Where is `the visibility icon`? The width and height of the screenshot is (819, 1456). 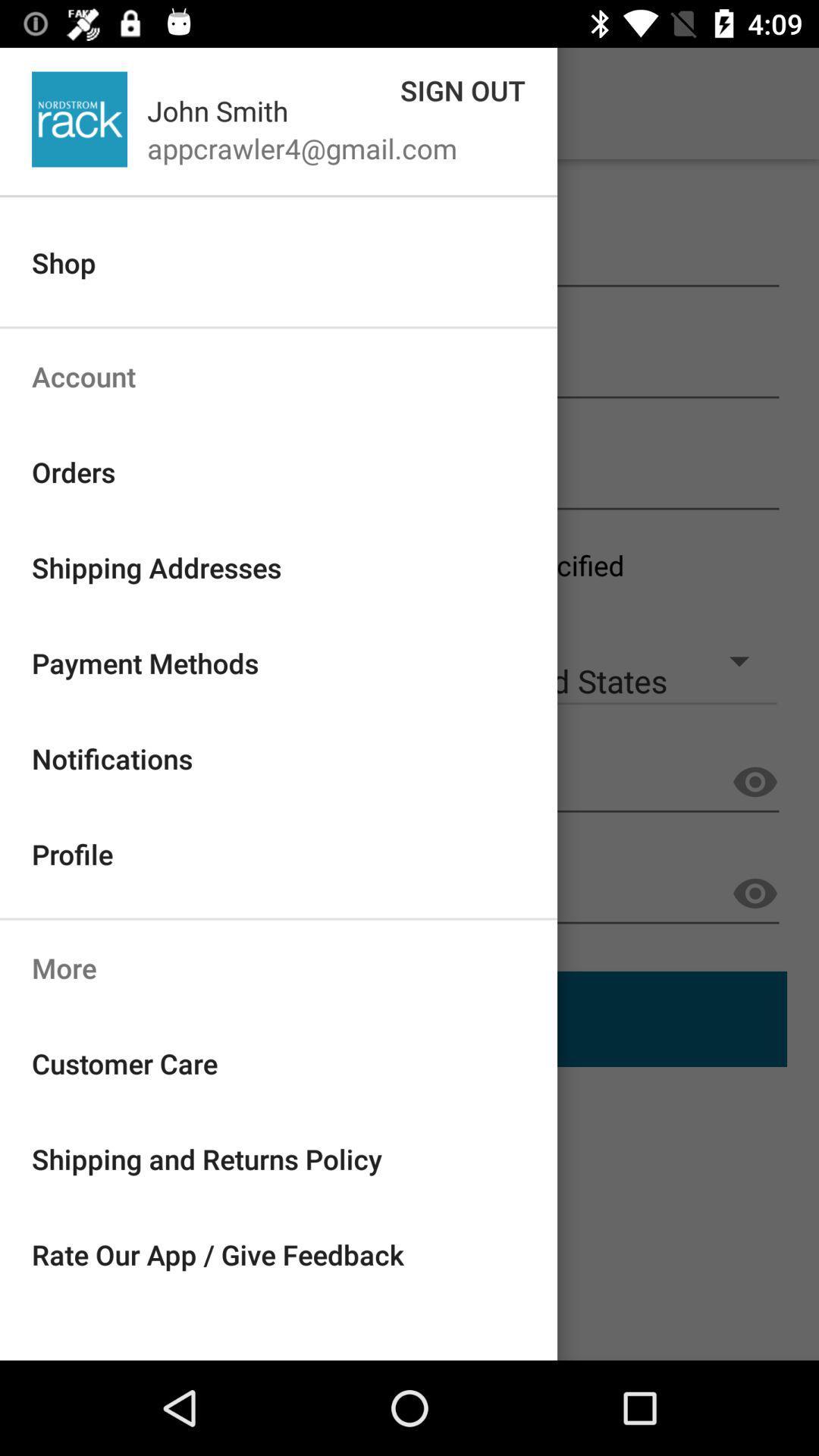 the visibility icon is located at coordinates (755, 783).